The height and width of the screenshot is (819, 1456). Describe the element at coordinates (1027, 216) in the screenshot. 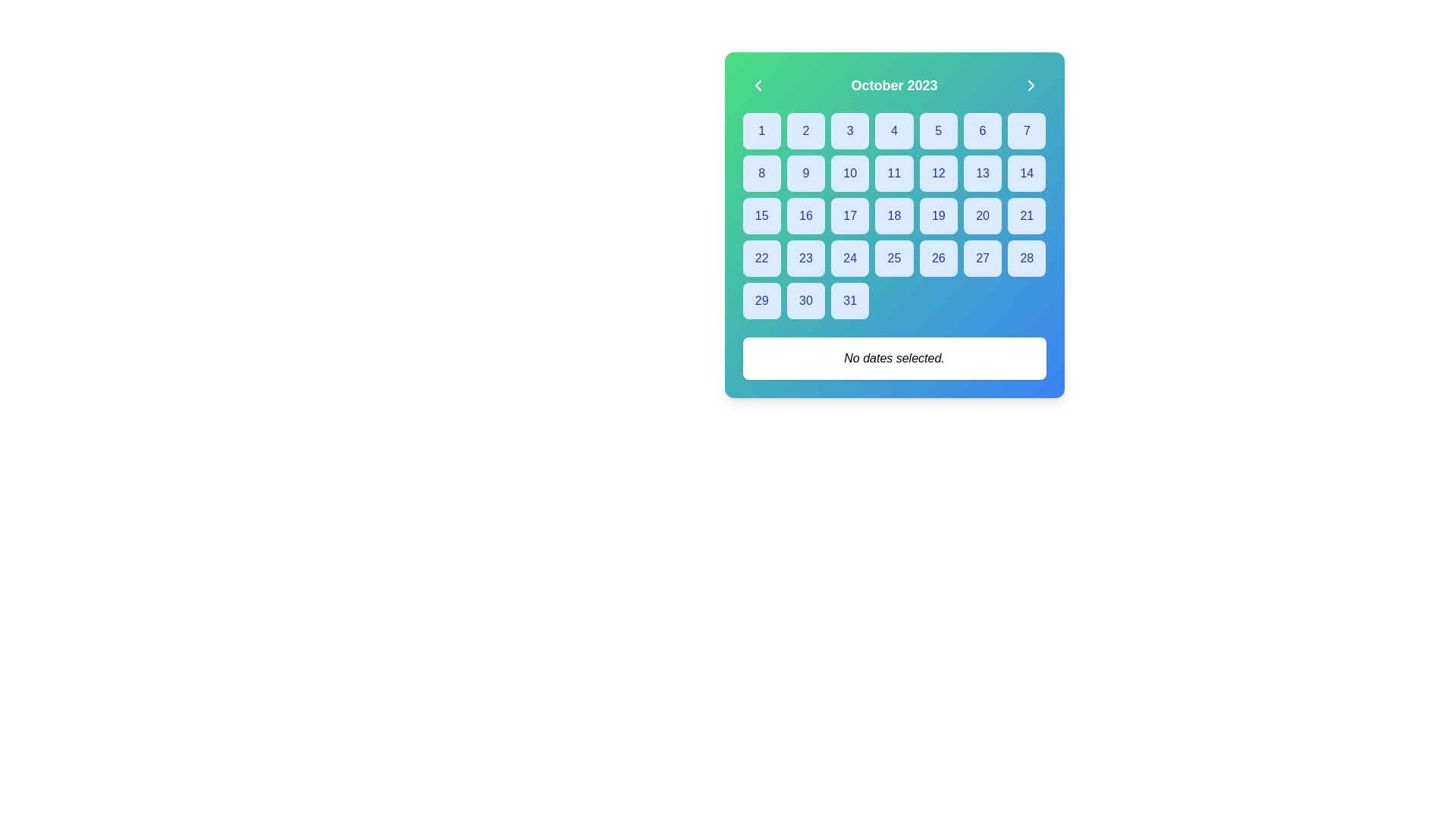

I see `the Calendar date button representing October 21, 2023` at that location.